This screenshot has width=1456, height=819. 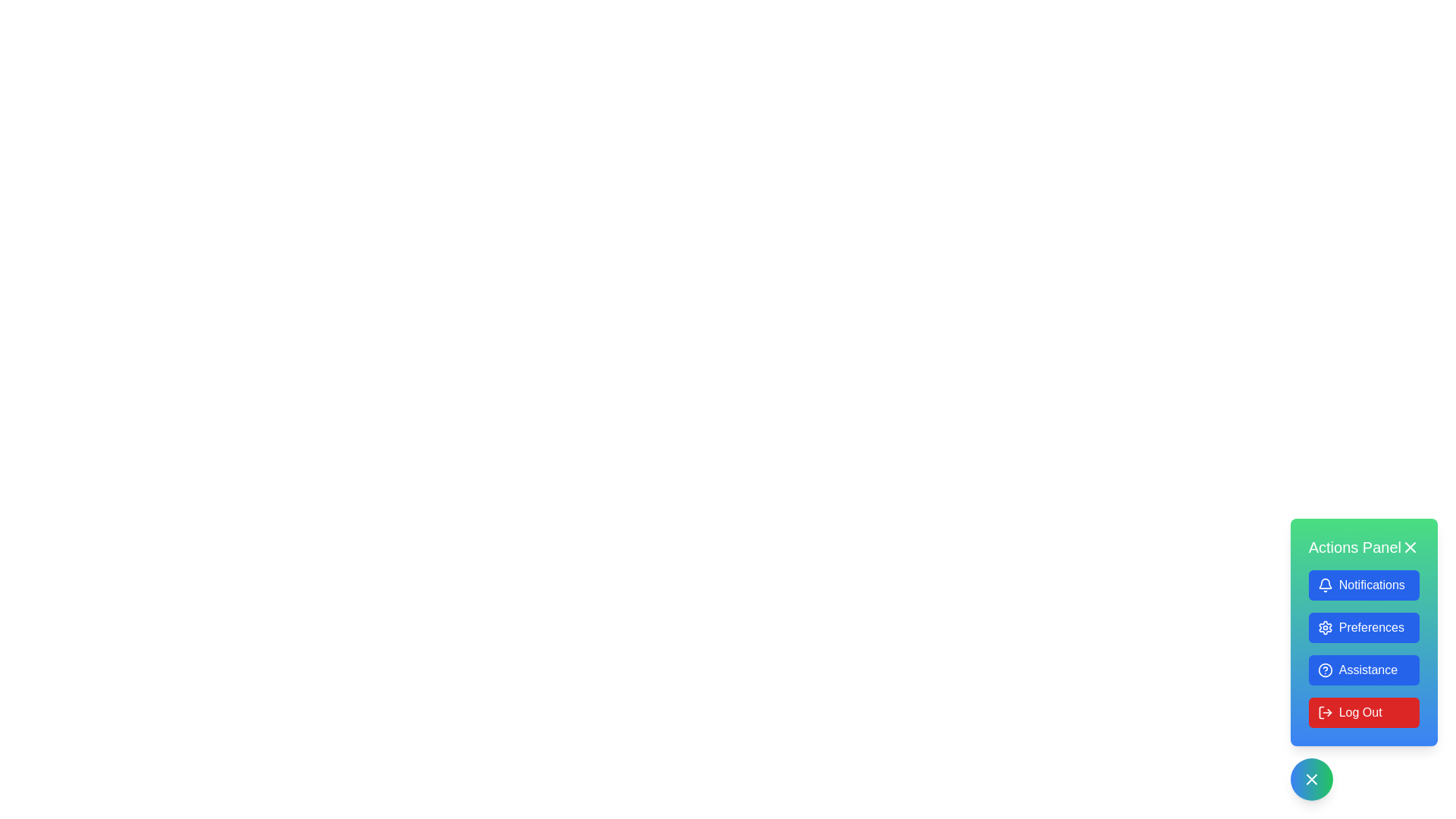 I want to click on the close icon within the green 'Actions Panel' header, so click(x=1310, y=780).